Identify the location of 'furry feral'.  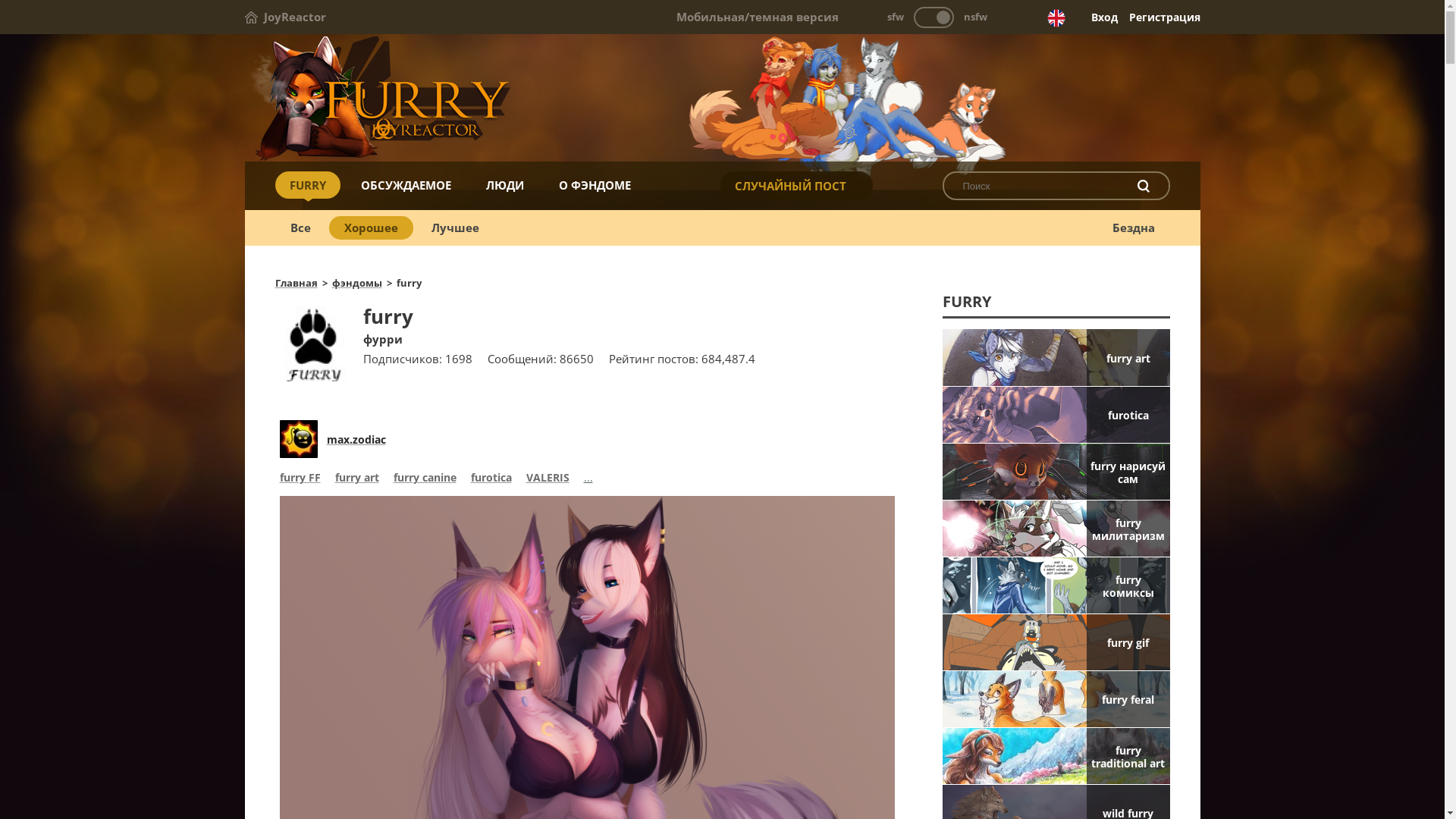
(1055, 698).